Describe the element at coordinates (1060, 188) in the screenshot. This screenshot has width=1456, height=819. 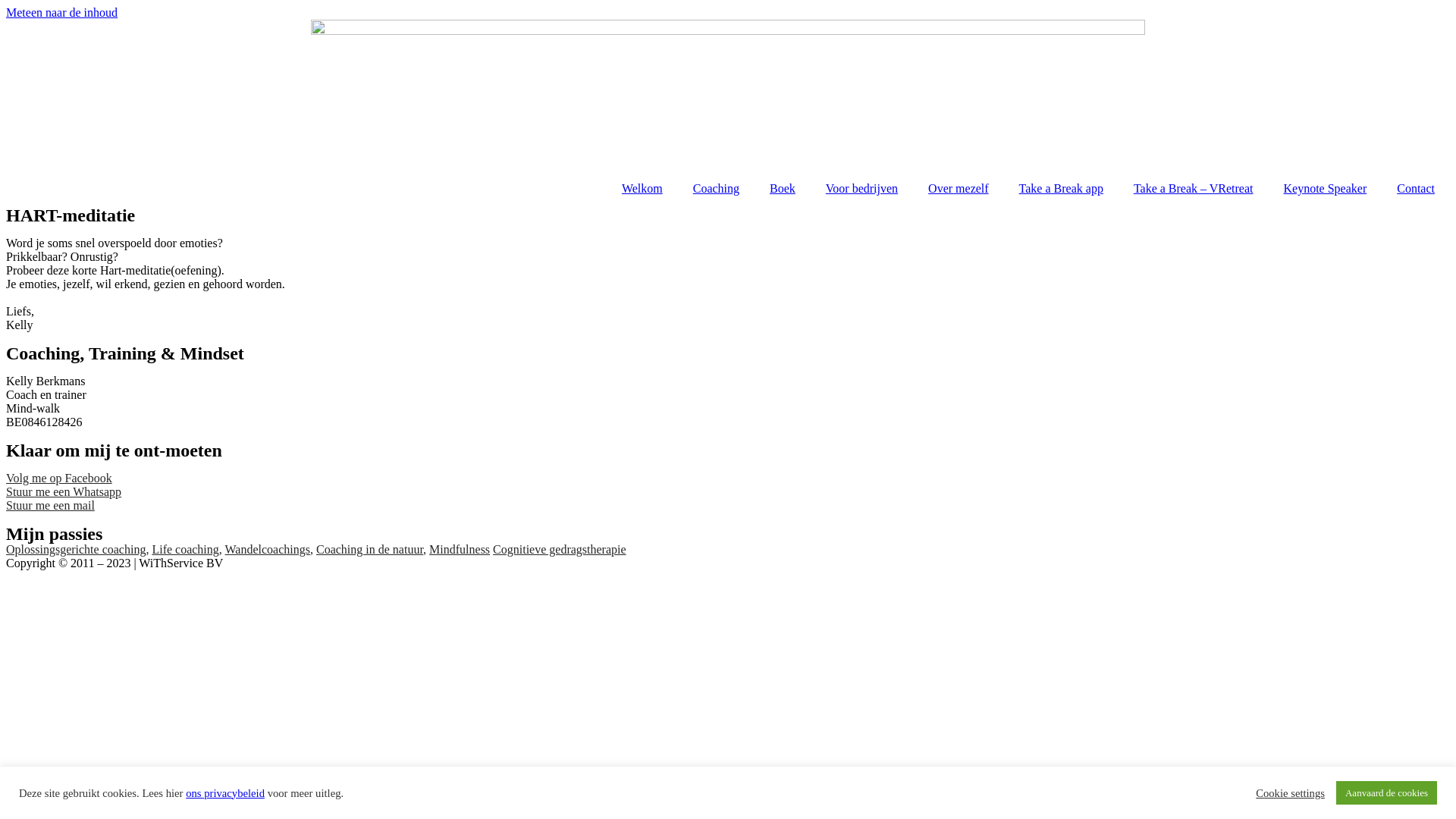
I see `'Take a Break app'` at that location.